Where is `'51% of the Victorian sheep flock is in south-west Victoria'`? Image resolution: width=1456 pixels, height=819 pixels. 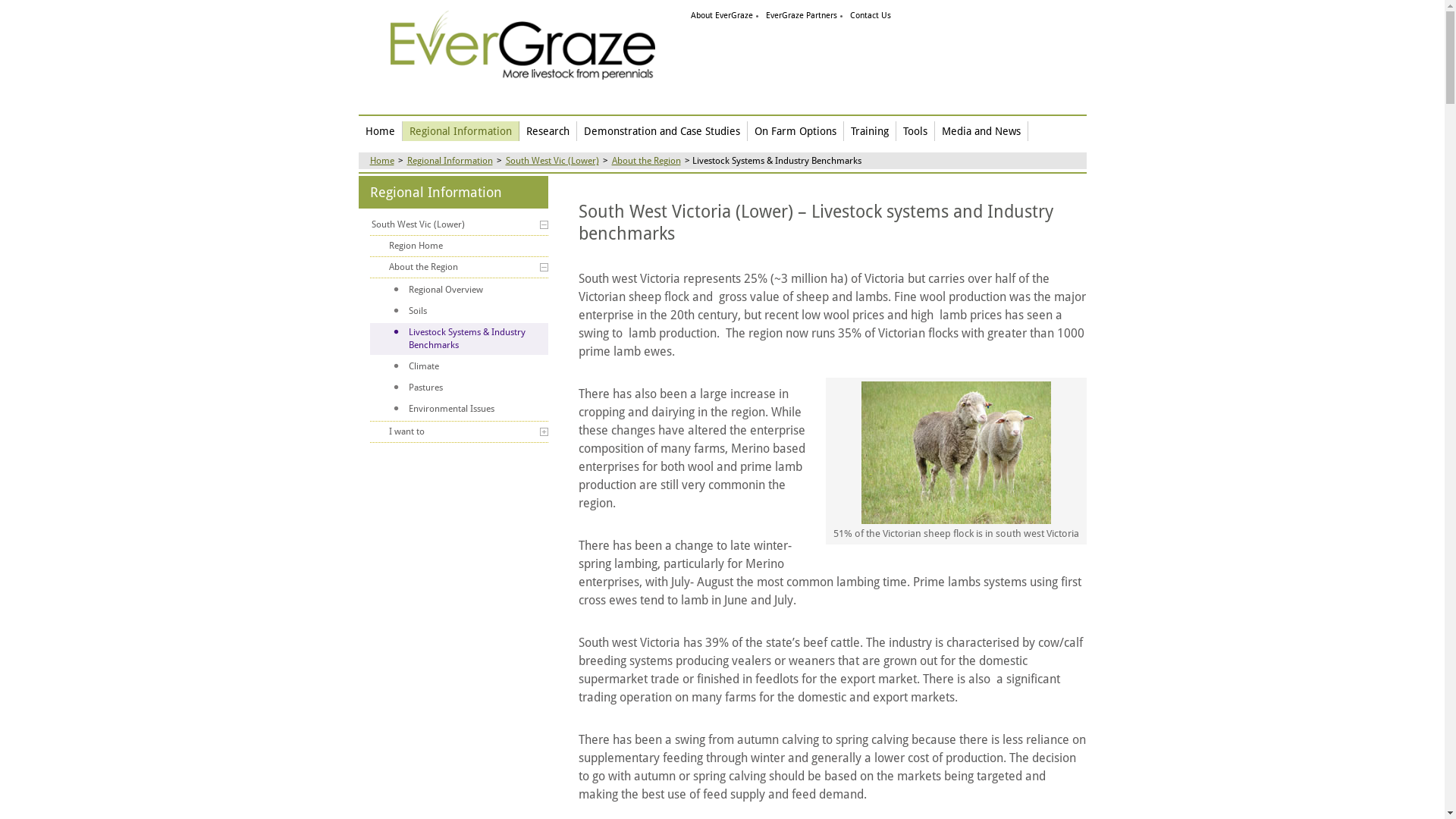
'51% of the Victorian sheep flock is in south-west Victoria' is located at coordinates (861, 452).